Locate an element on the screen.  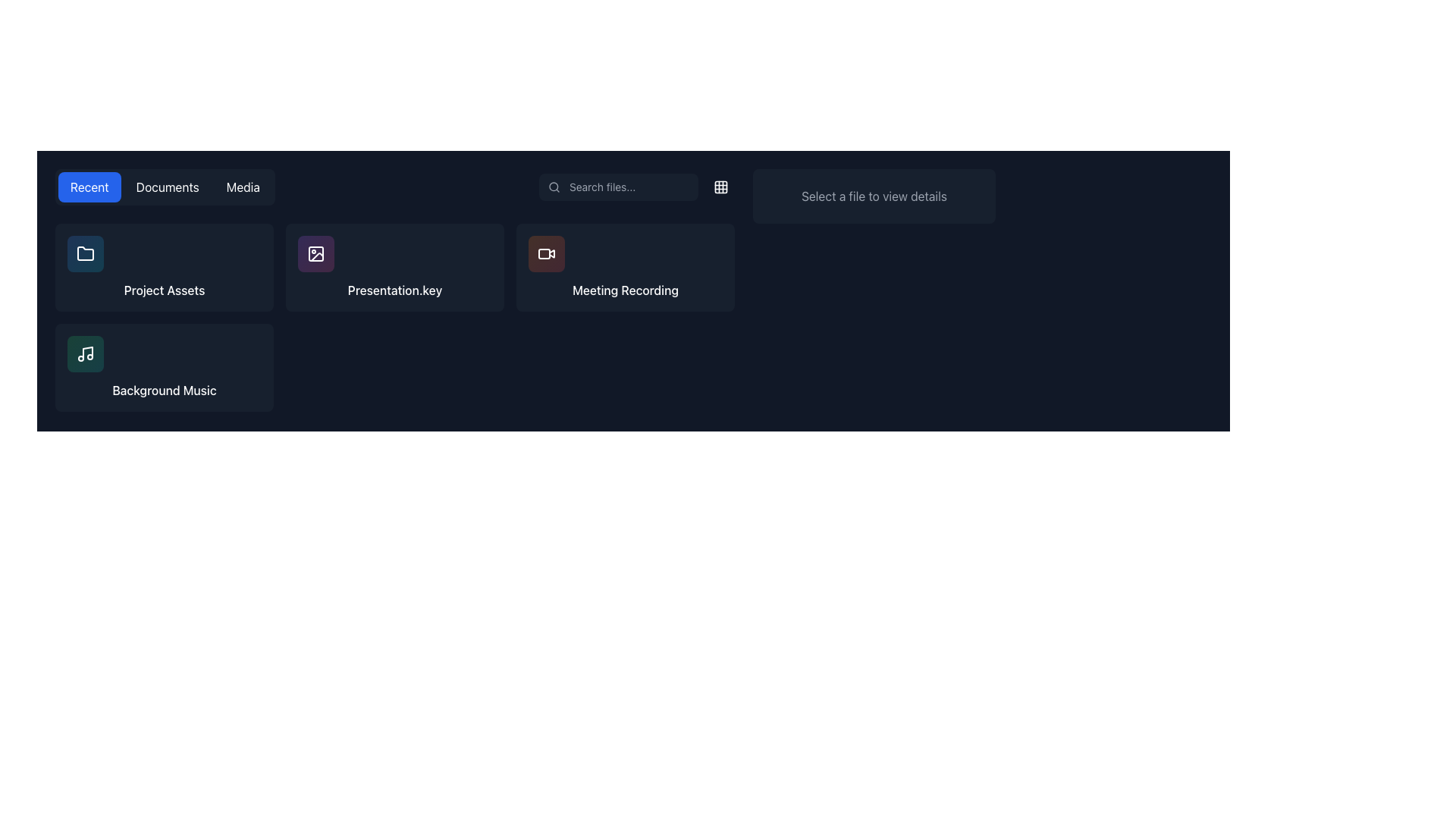
the button with a grid icon located at the top-right end of the layout is located at coordinates (720, 186).